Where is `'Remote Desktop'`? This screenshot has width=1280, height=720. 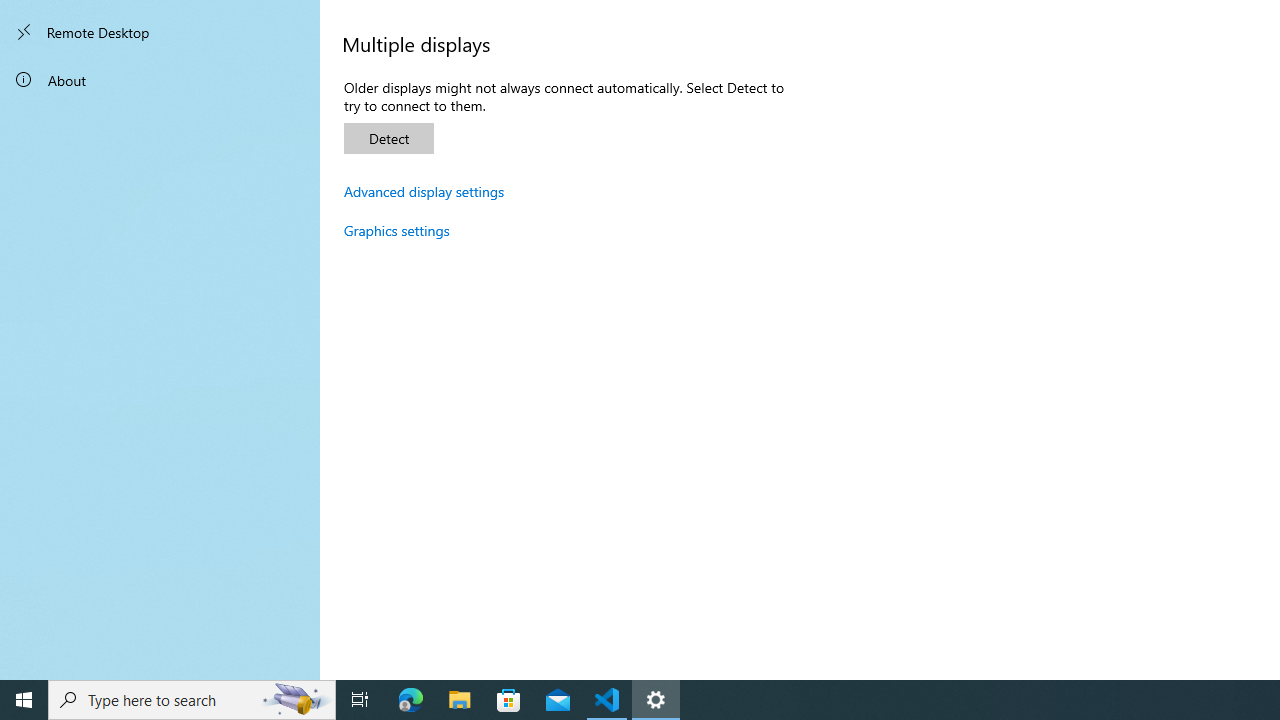
'Remote Desktop' is located at coordinates (160, 32).